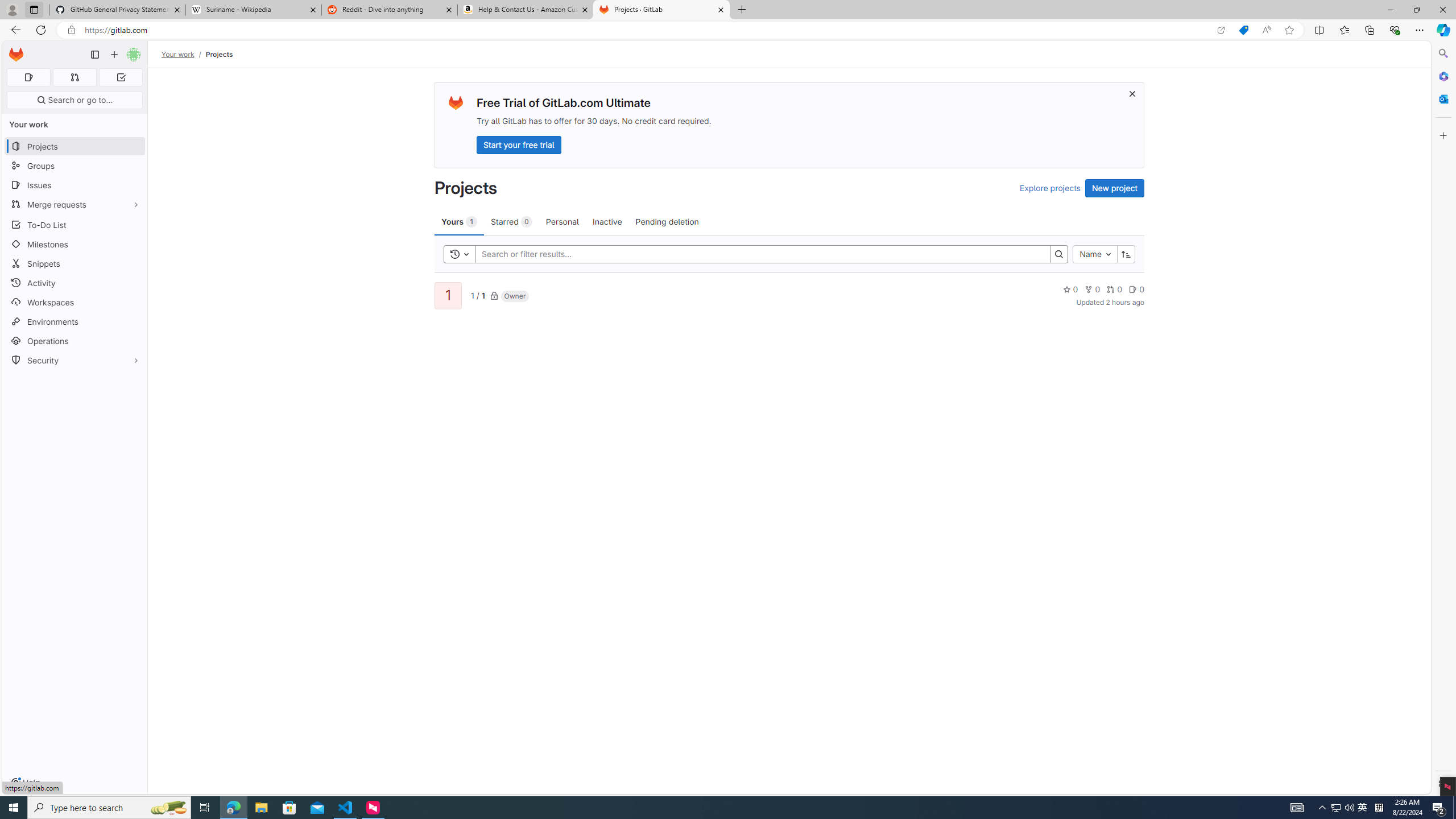  What do you see at coordinates (561, 221) in the screenshot?
I see `'Personal'` at bounding box center [561, 221].